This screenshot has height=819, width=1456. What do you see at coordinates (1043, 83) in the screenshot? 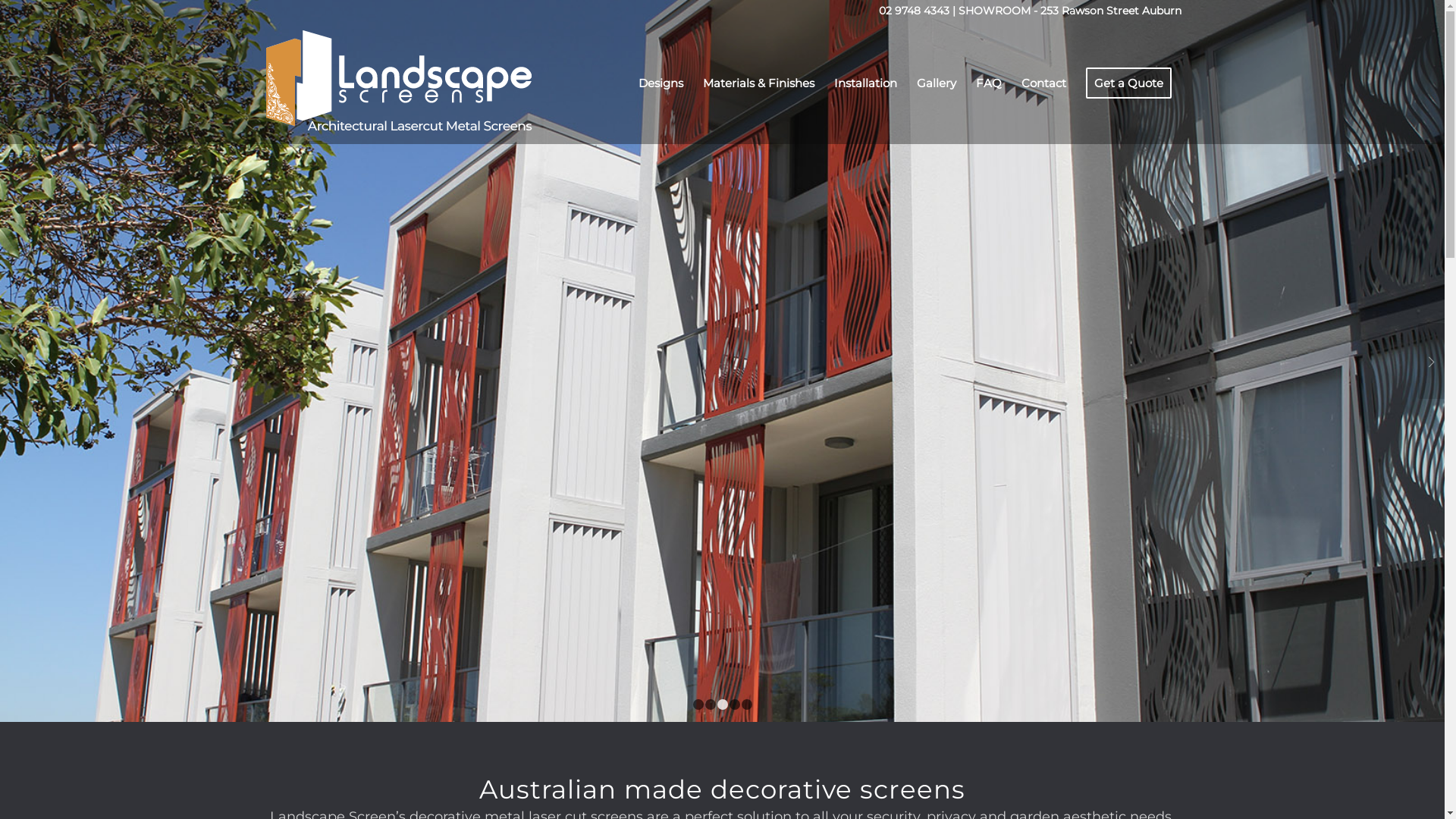
I see `'Contact'` at bounding box center [1043, 83].